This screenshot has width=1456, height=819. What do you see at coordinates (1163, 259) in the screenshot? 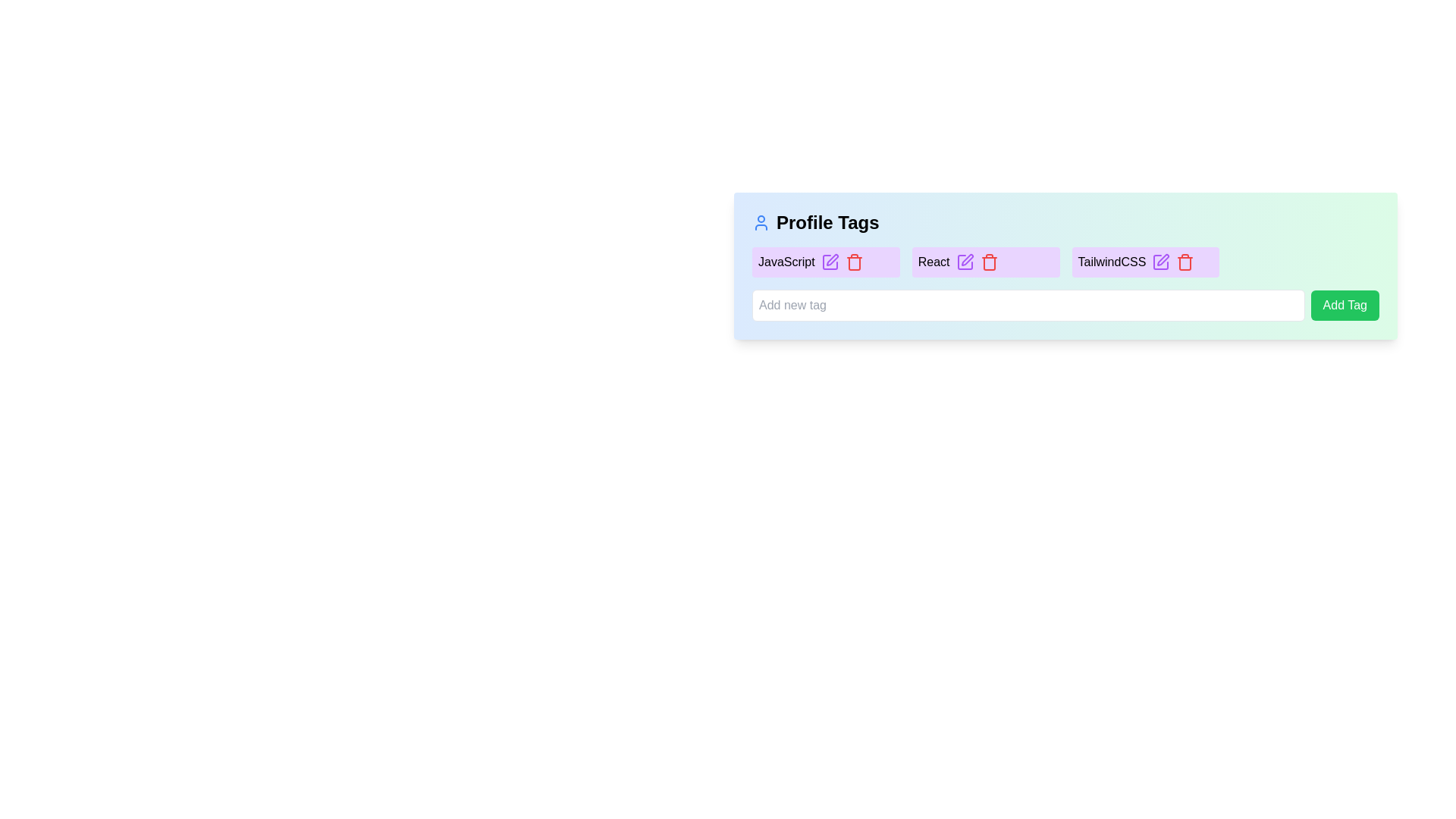
I see `the edit icon button located on the right side of the 'TailwindCSS' tag to initiate editing of the associated tag` at bounding box center [1163, 259].